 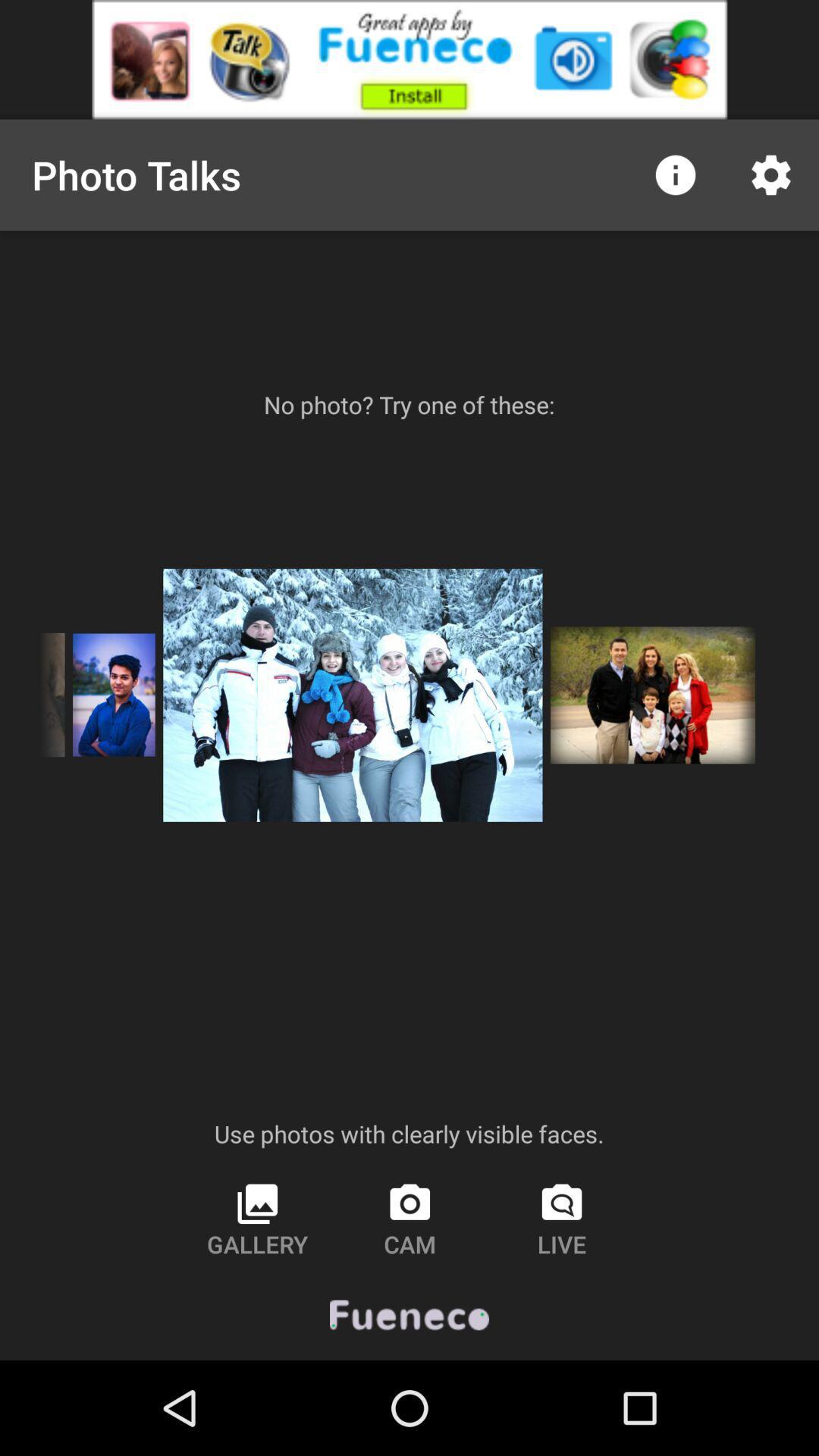 What do you see at coordinates (675, 174) in the screenshot?
I see `the information icon which is left side of settings` at bounding box center [675, 174].